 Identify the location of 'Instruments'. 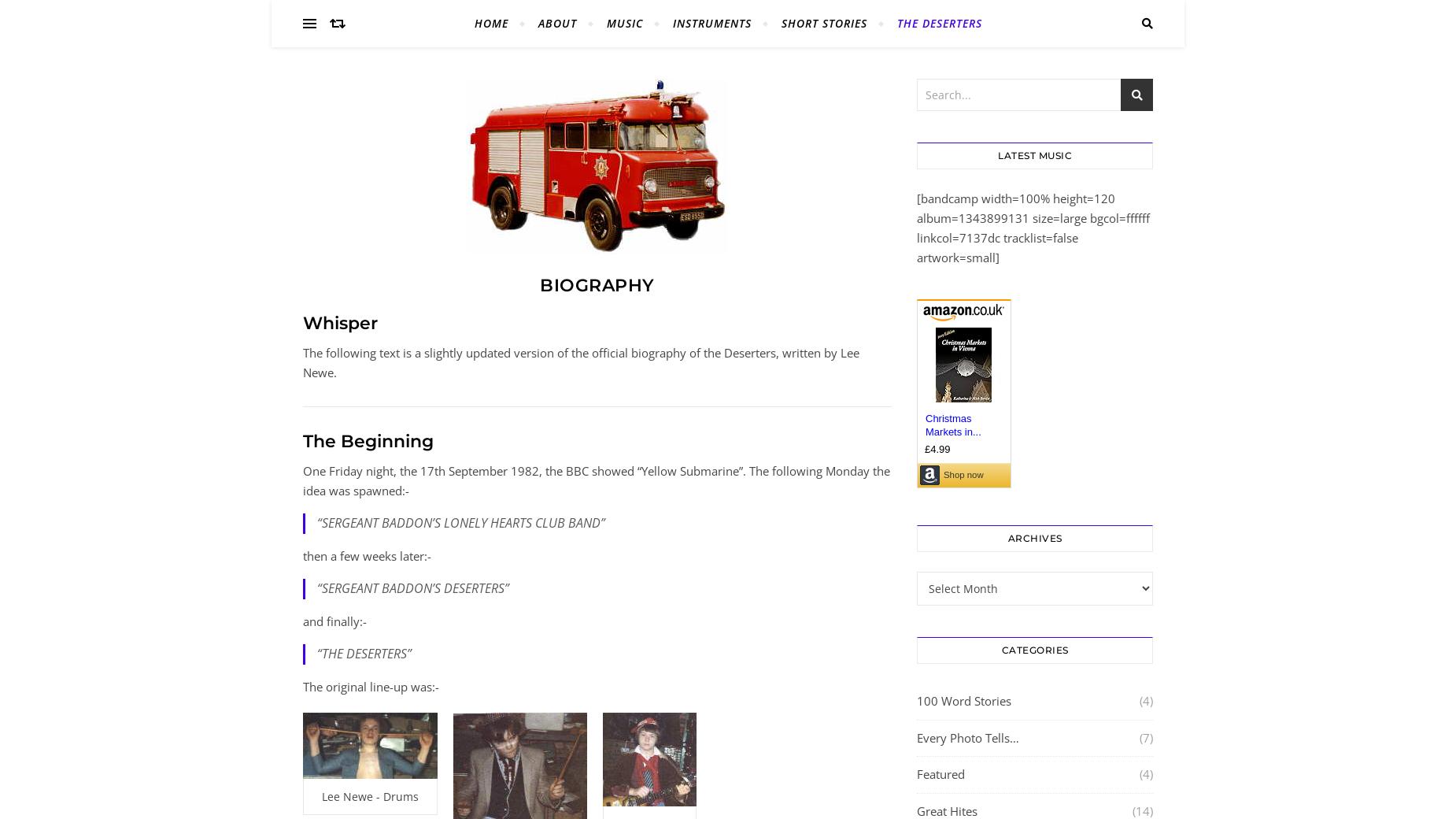
(711, 22).